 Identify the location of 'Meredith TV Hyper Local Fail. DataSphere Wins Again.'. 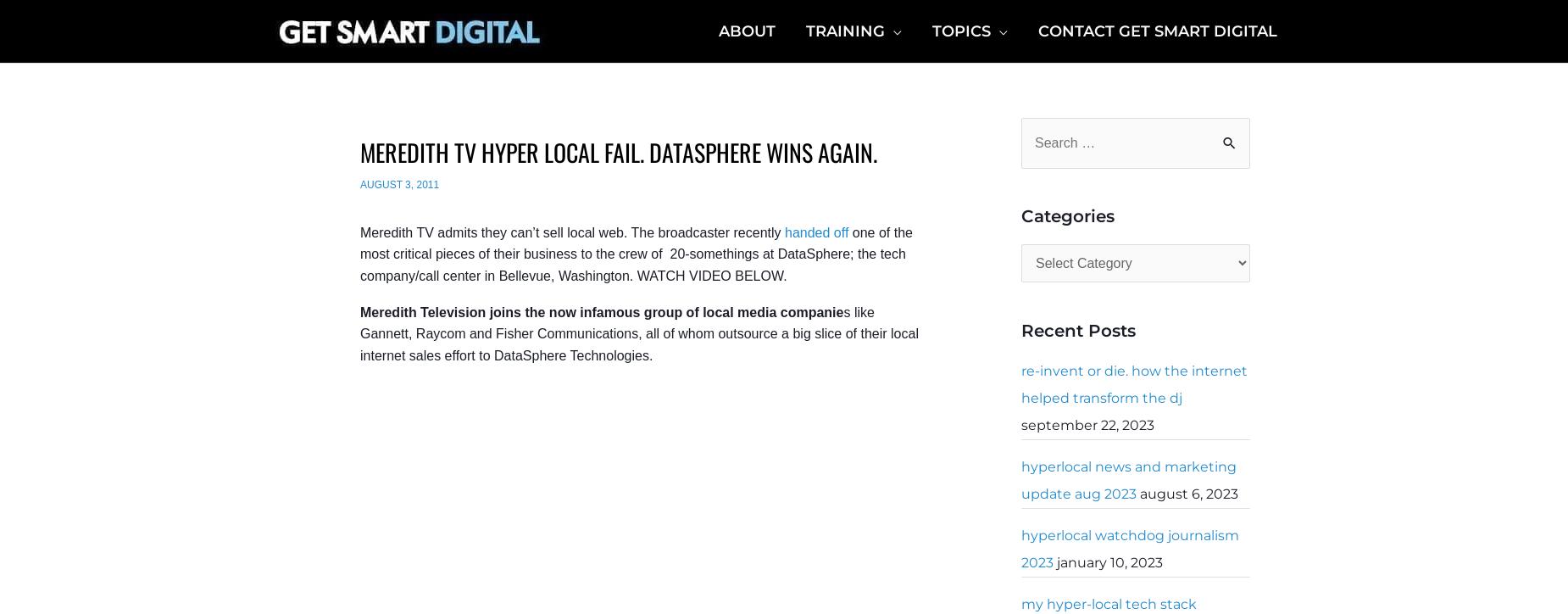
(619, 151).